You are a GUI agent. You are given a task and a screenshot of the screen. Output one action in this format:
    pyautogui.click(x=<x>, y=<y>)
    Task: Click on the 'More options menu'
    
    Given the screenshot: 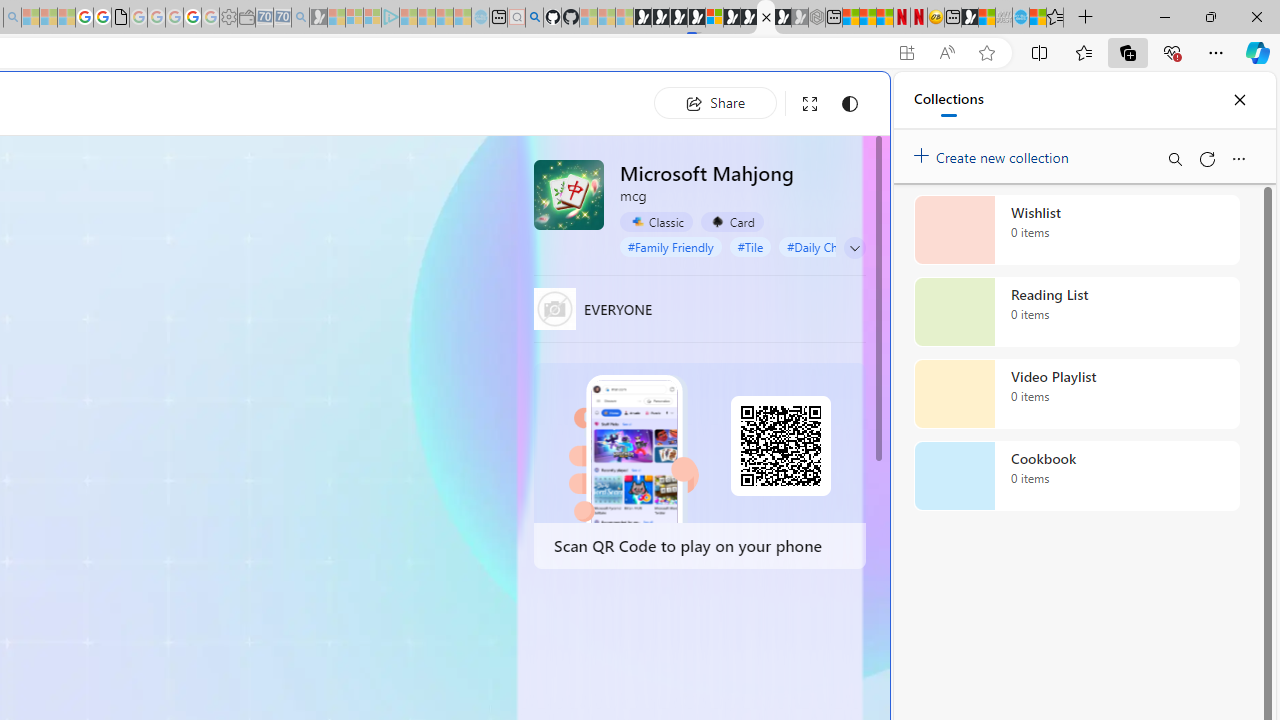 What is the action you would take?
    pyautogui.click(x=1237, y=158)
    